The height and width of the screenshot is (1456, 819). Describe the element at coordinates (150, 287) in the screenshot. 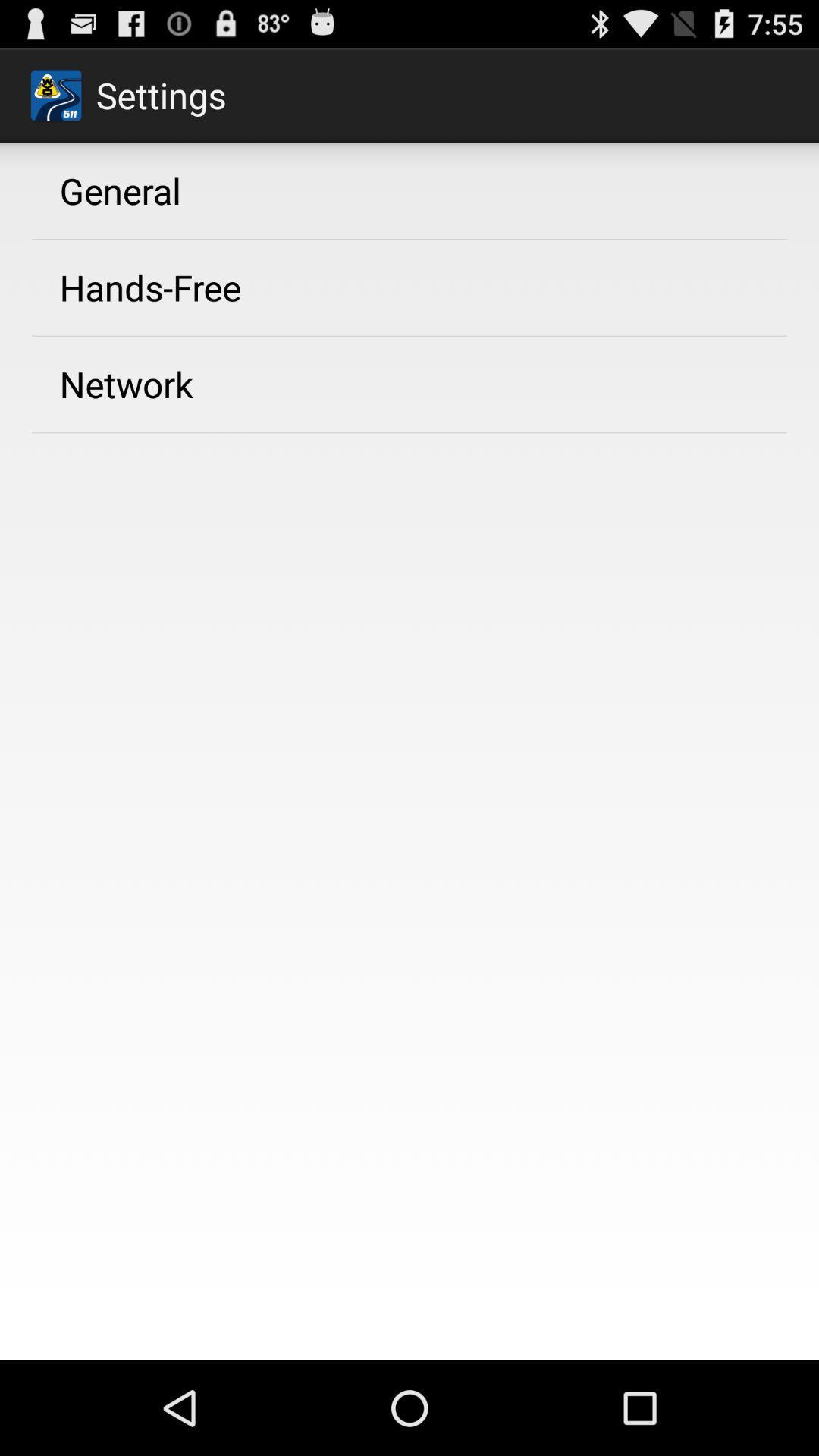

I see `the hands-free app` at that location.